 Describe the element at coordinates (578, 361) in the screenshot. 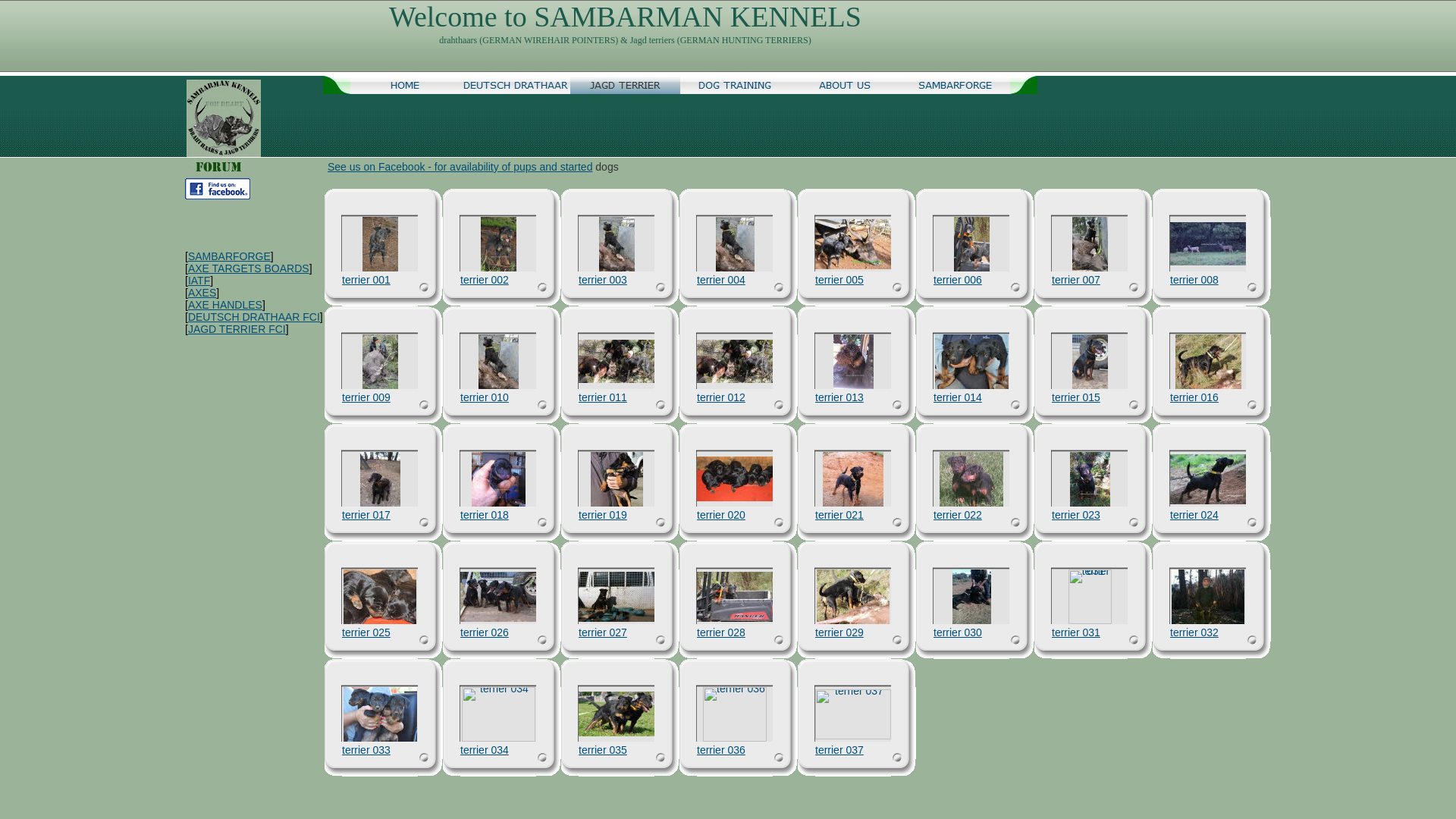

I see `'terrier 011'` at that location.